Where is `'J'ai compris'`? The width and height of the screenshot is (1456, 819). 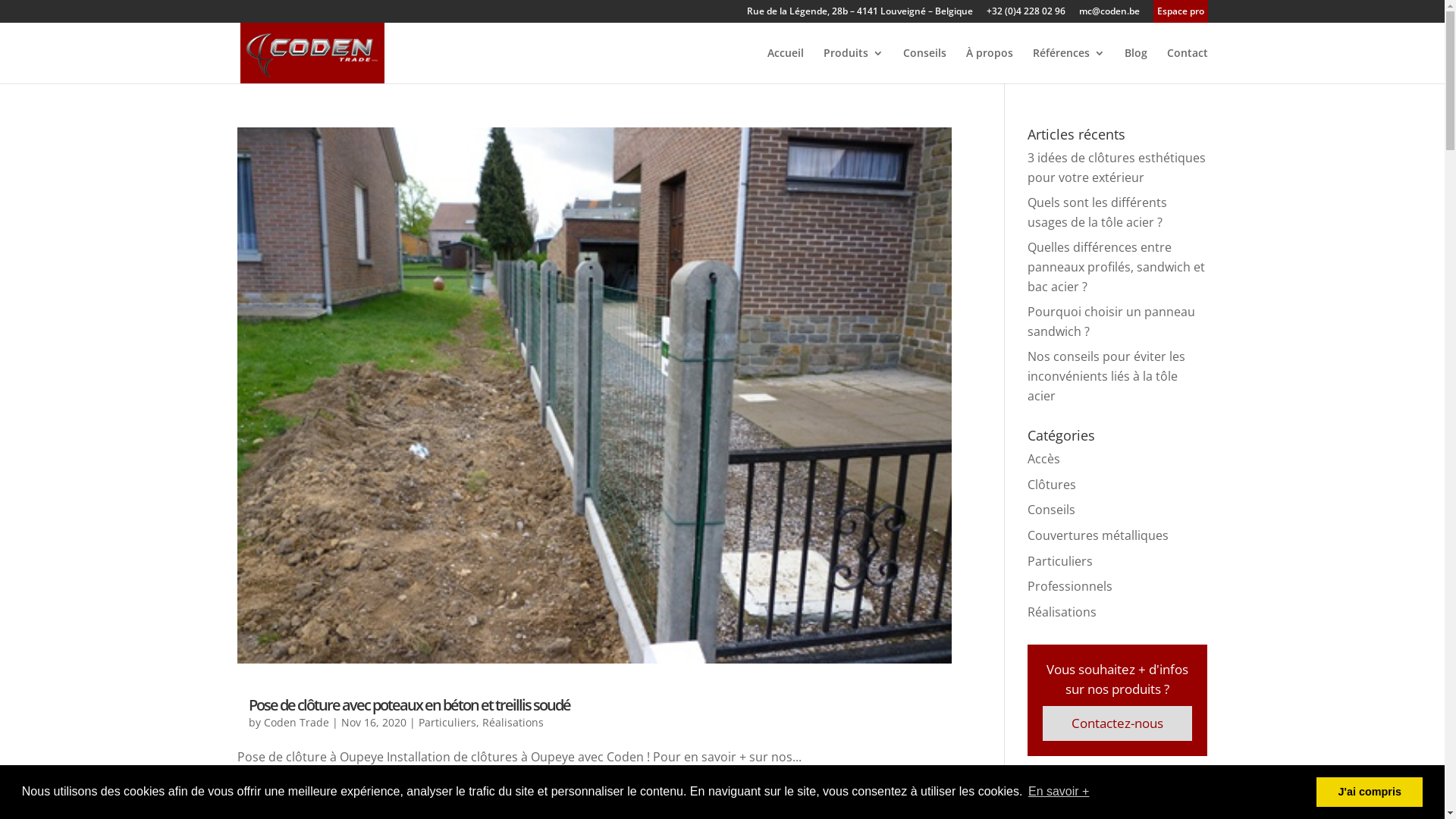 'J'ai compris' is located at coordinates (1369, 791).